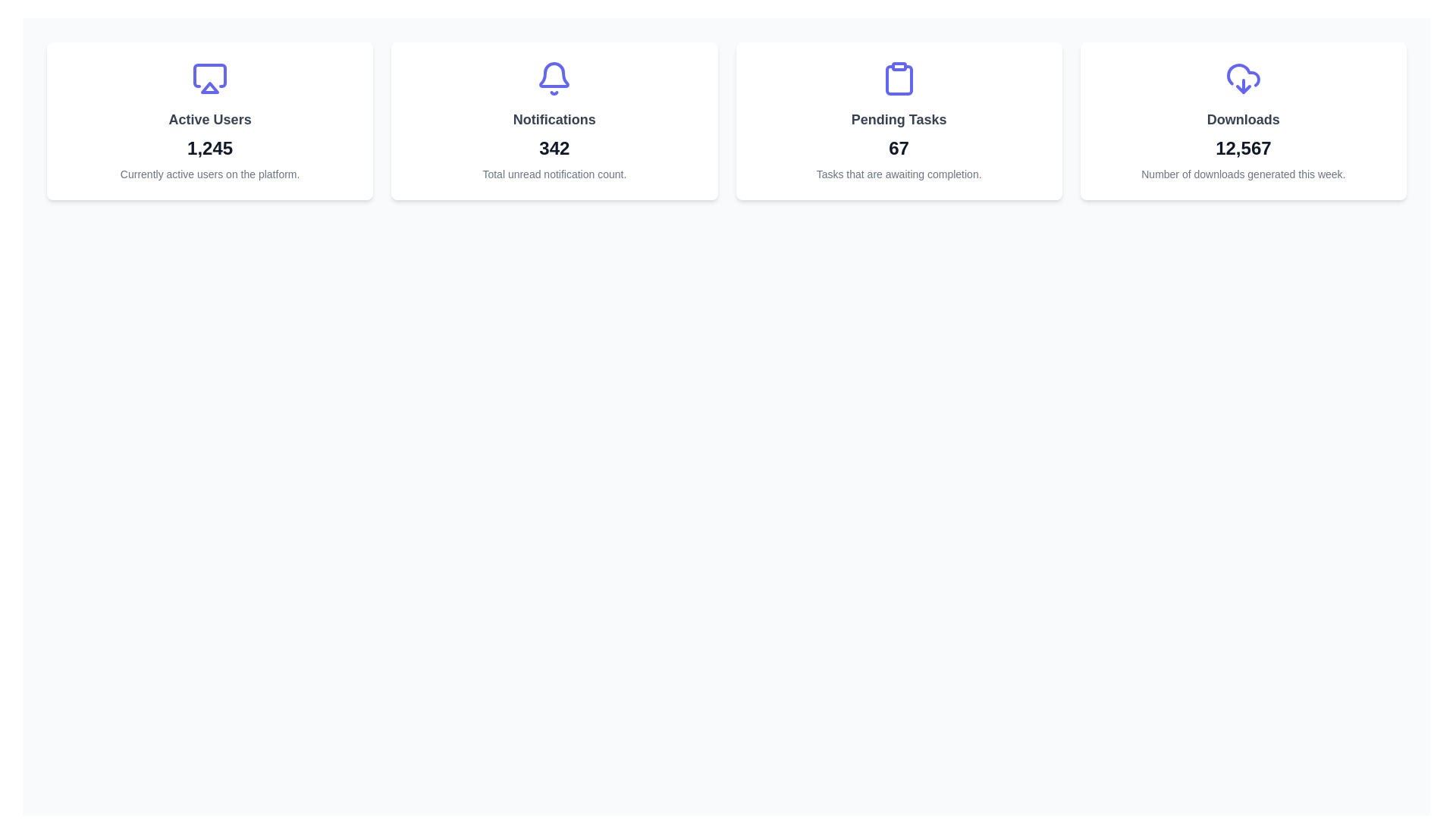 The width and height of the screenshot is (1456, 819). What do you see at coordinates (899, 174) in the screenshot?
I see `text content of the last text label located at the bottom of the 'Pending Tasks' card, below the bold number '67'` at bounding box center [899, 174].